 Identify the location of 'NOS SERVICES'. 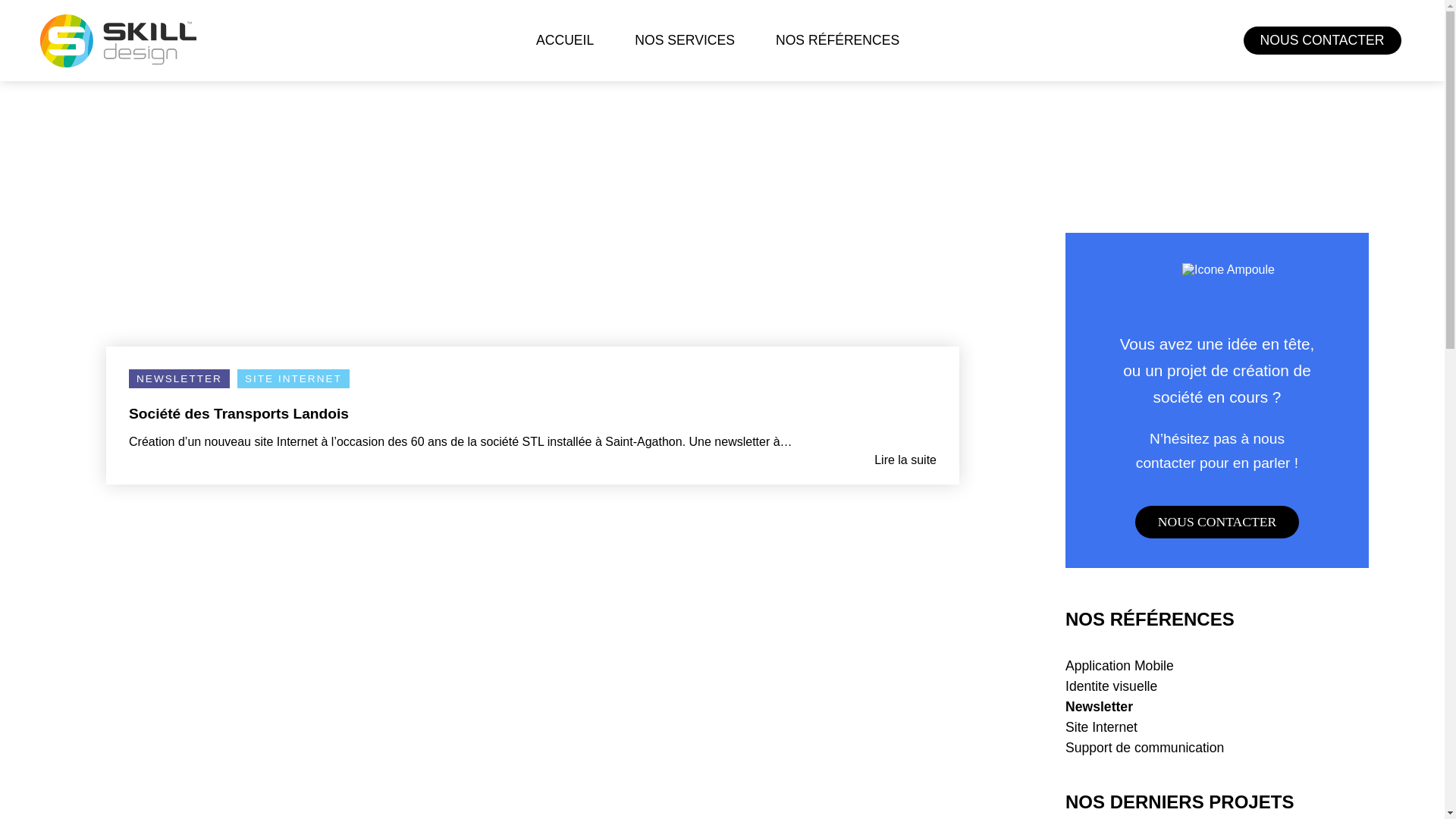
(683, 39).